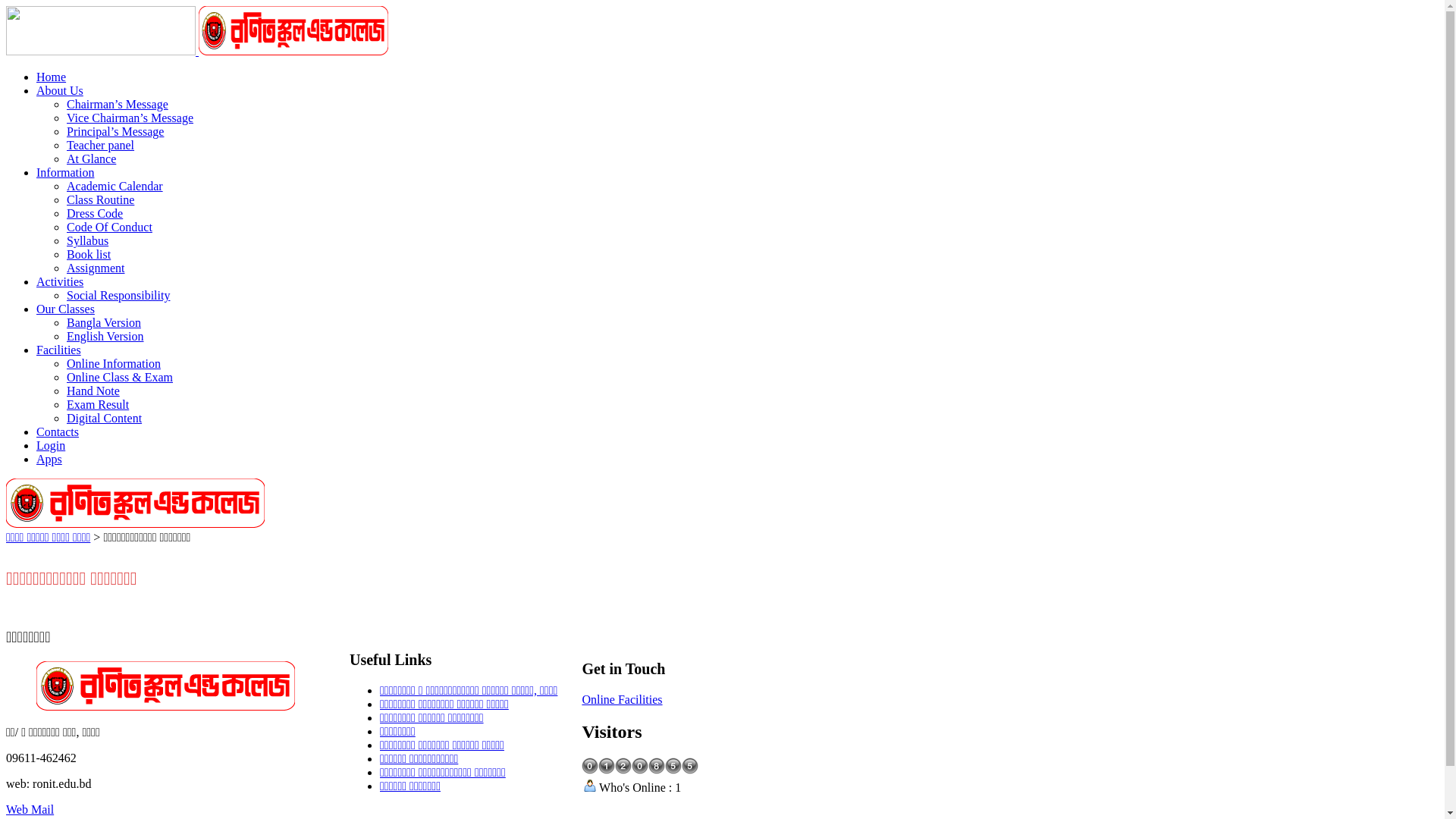  I want to click on 'Online Information', so click(65, 363).